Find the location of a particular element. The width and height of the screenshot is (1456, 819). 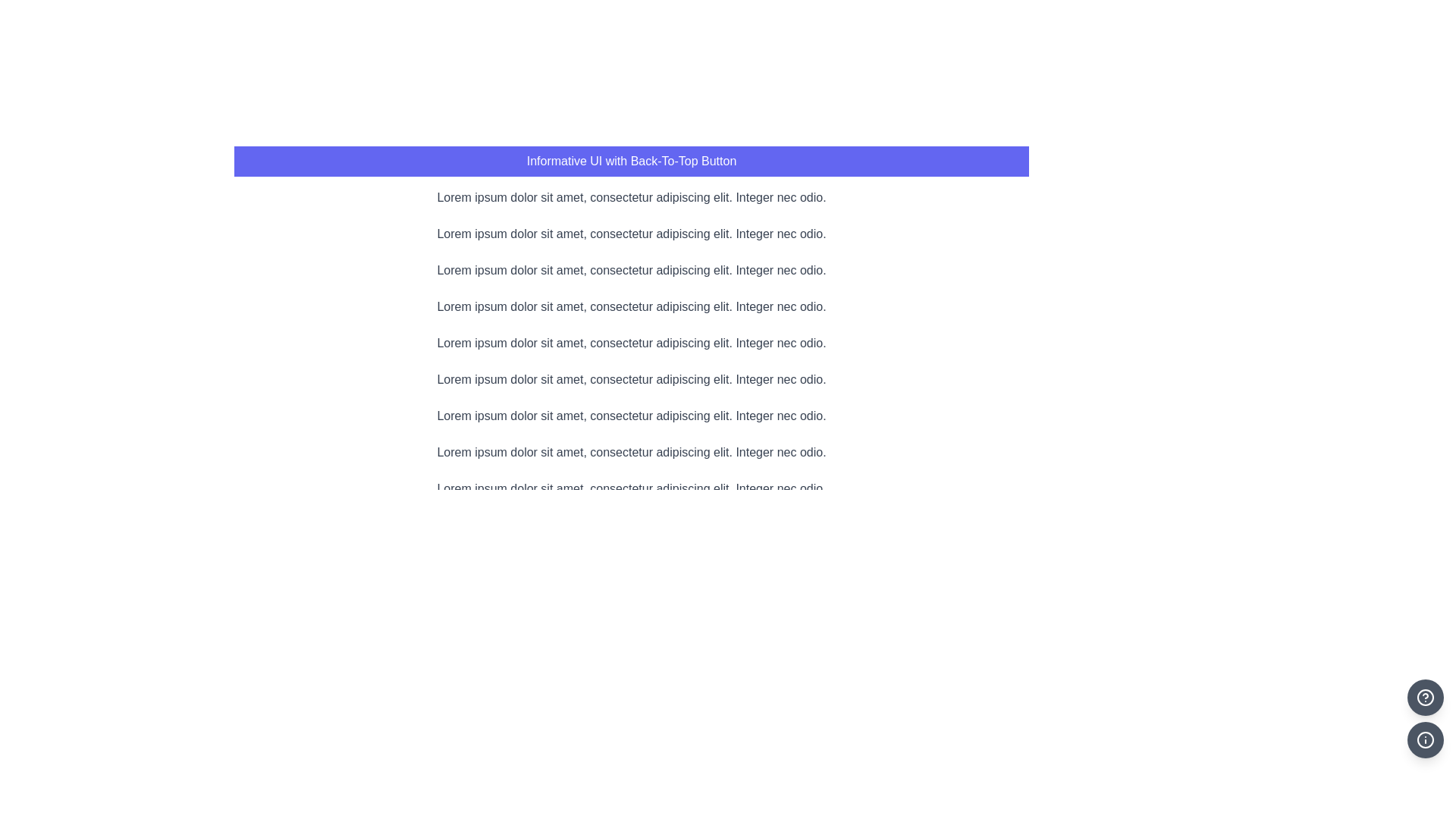

the prominent horizontal banner with a purple background and white text that reads 'Informative UI with Back-To-Top Button' is located at coordinates (632, 161).